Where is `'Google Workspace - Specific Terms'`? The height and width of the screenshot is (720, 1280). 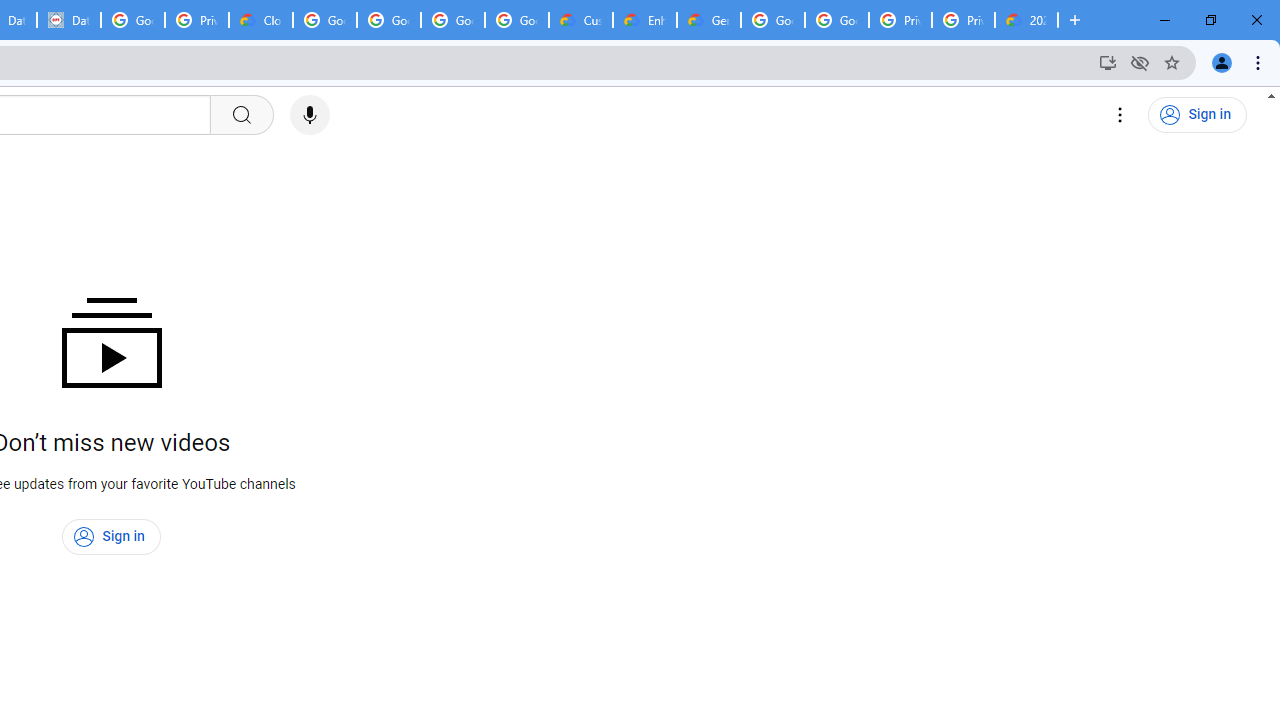
'Google Workspace - Specific Terms' is located at coordinates (517, 20).